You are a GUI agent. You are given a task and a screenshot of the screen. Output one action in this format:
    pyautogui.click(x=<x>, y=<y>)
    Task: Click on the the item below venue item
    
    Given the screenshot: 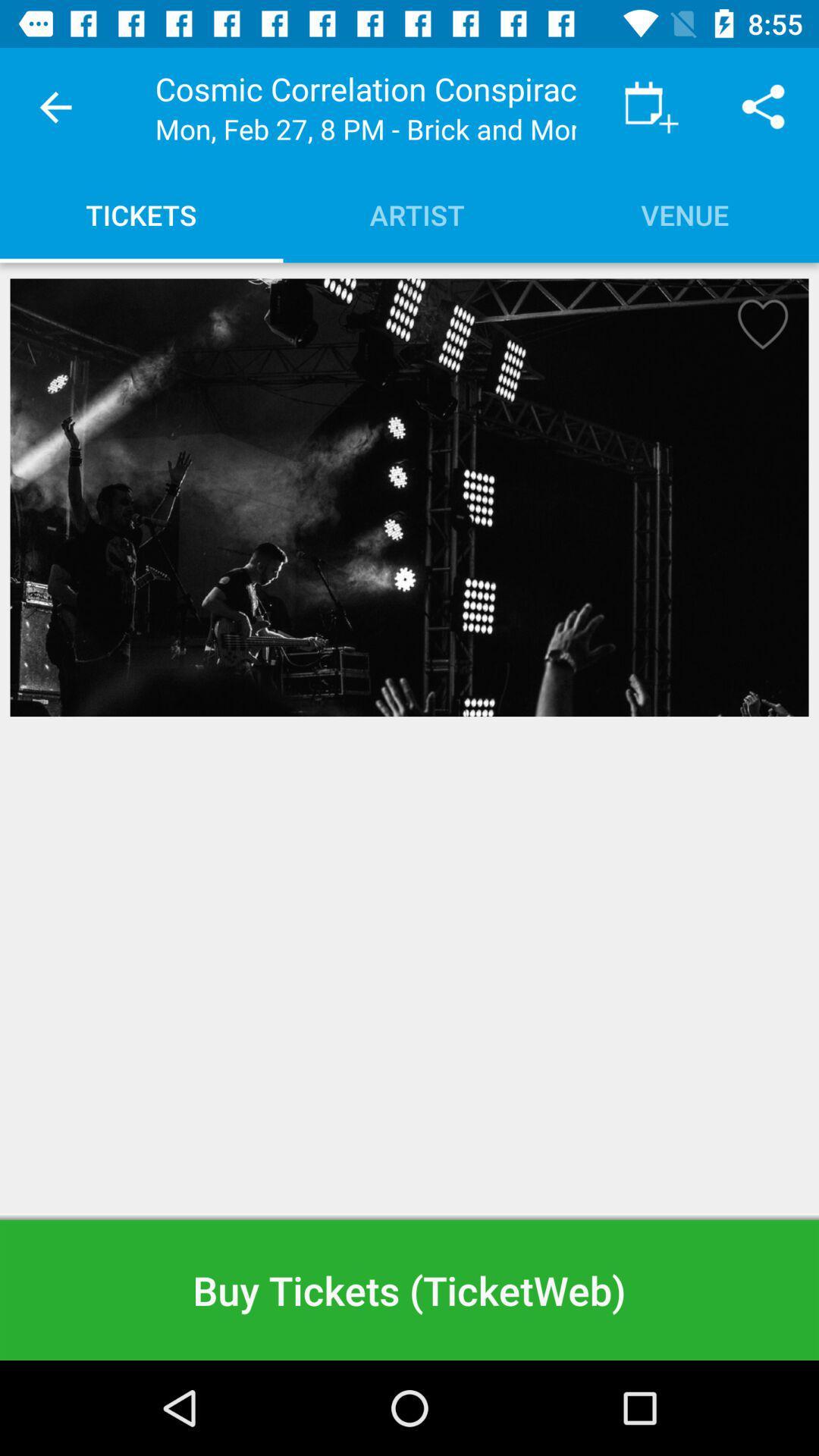 What is the action you would take?
    pyautogui.click(x=758, y=328)
    